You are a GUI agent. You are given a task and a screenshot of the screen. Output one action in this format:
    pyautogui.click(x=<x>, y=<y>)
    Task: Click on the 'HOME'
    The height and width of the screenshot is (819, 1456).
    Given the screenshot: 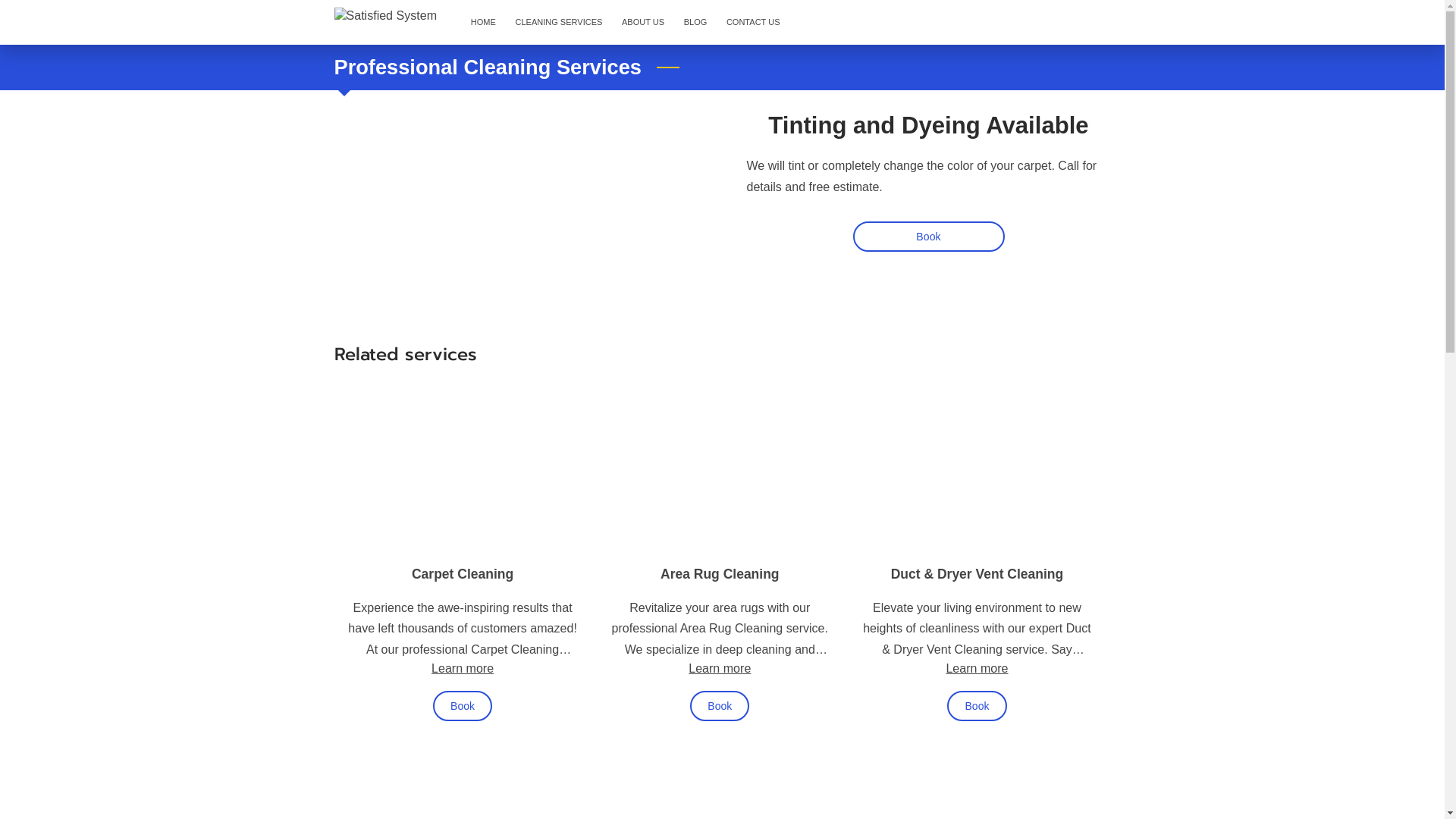 What is the action you would take?
    pyautogui.click(x=482, y=23)
    